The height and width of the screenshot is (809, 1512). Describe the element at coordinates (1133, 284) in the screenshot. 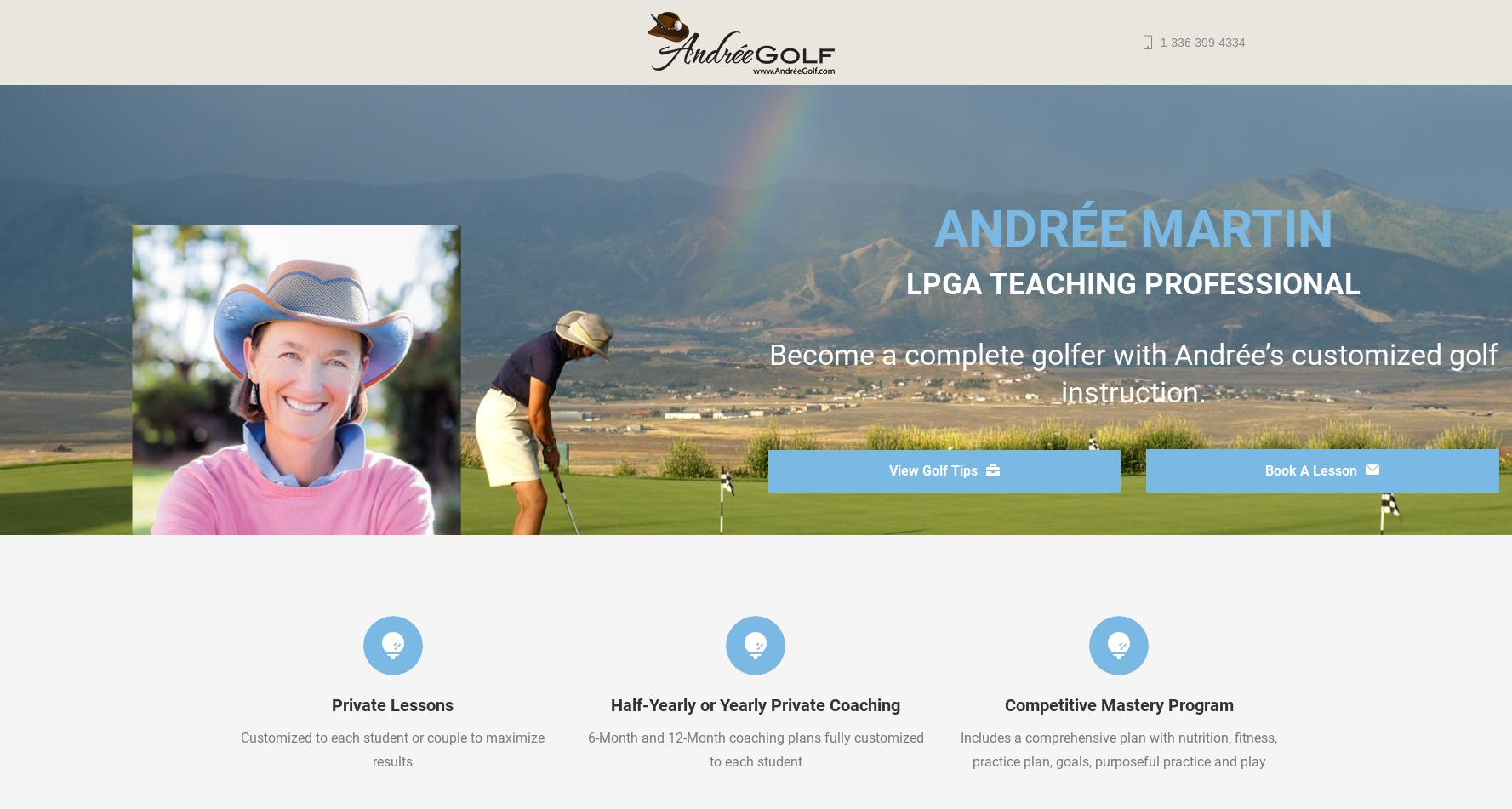

I see `'LPGA TEACHING PROFESSIONAL'` at that location.